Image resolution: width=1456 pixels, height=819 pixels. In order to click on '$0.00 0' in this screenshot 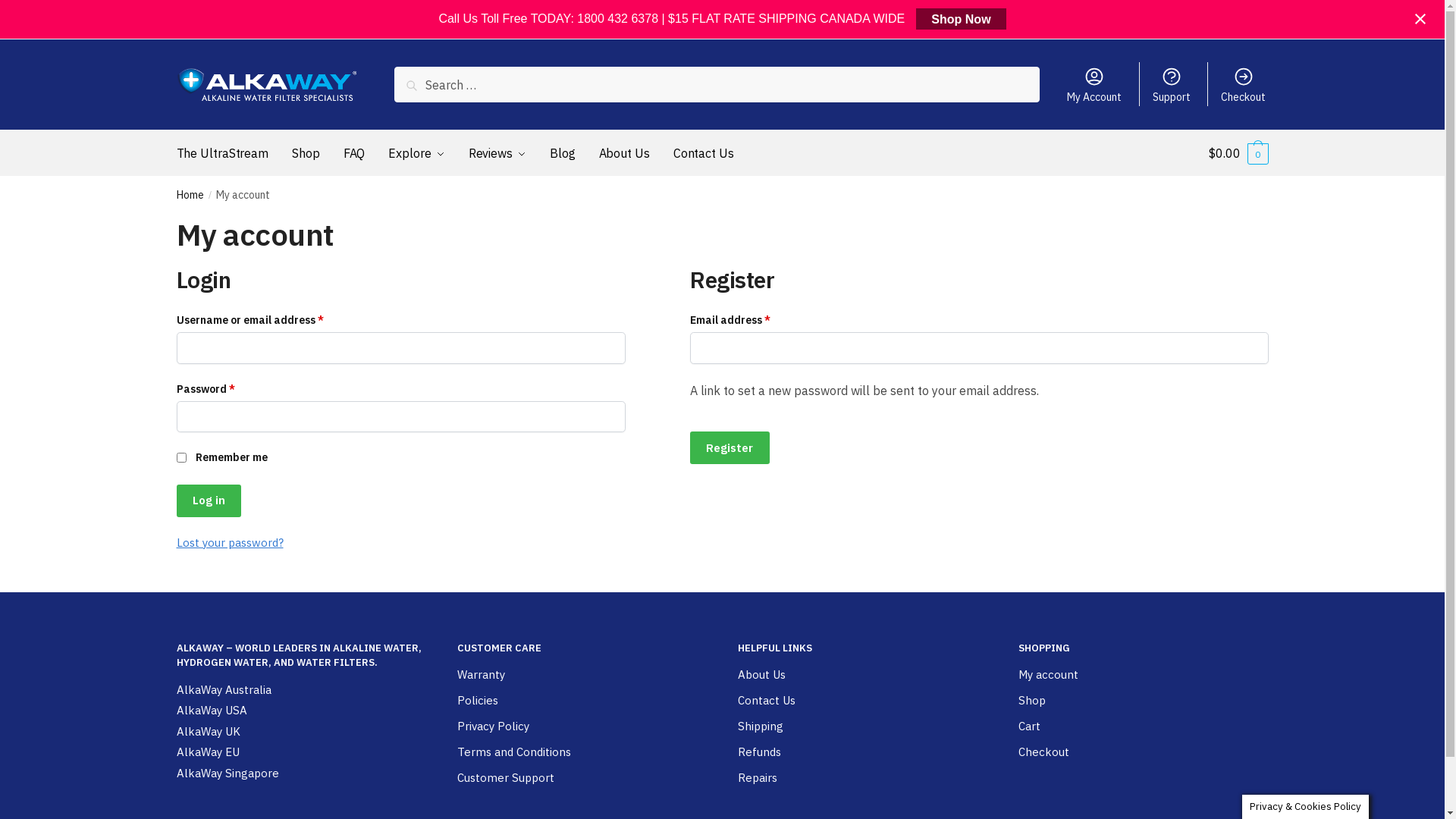, I will do `click(1238, 152)`.